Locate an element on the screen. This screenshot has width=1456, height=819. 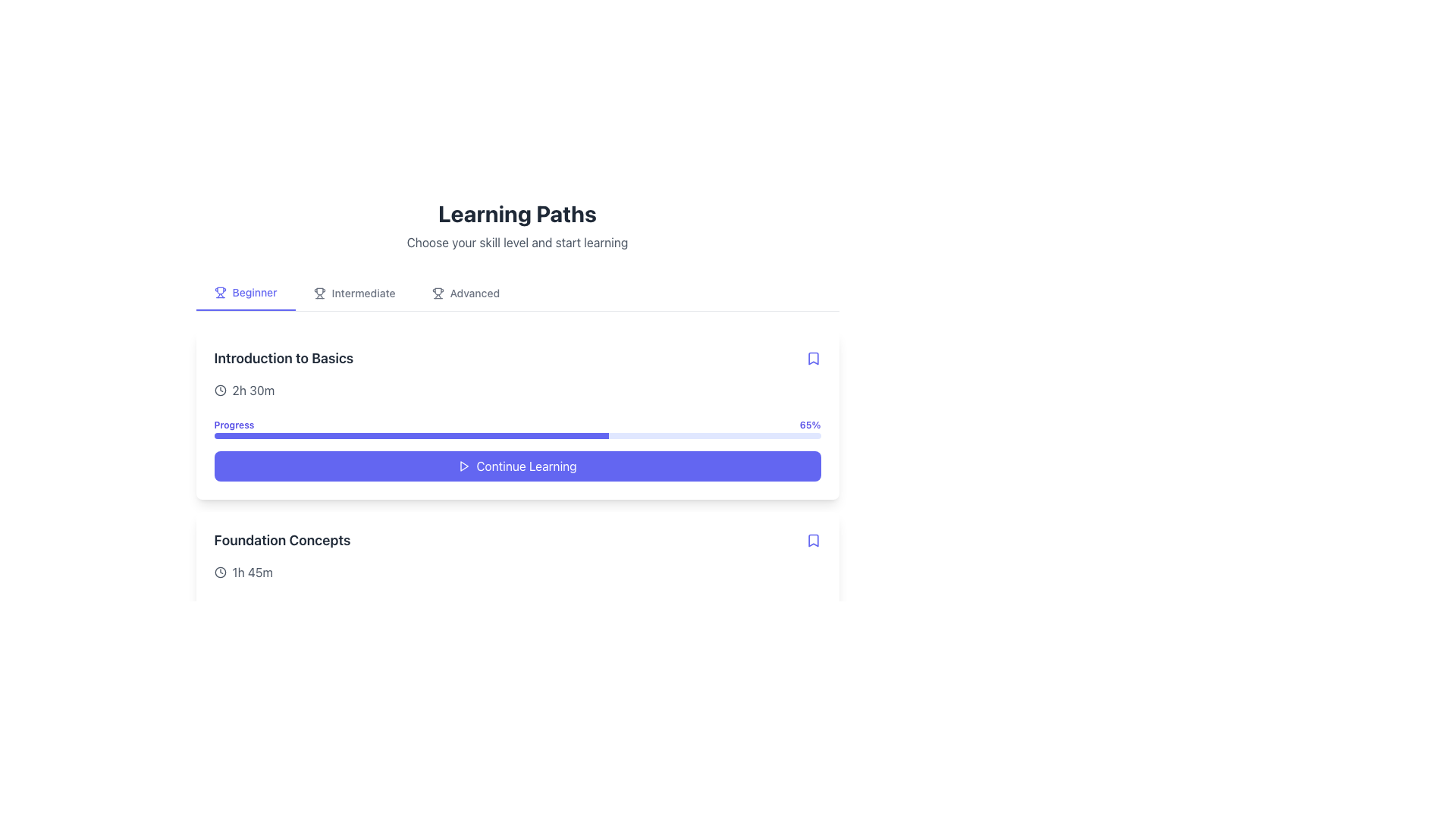
the SVG icon element that indicates the duration for the learning module, located to the left of the text '2h 30m' in the 'Introduction to Basics' section is located at coordinates (219, 390).